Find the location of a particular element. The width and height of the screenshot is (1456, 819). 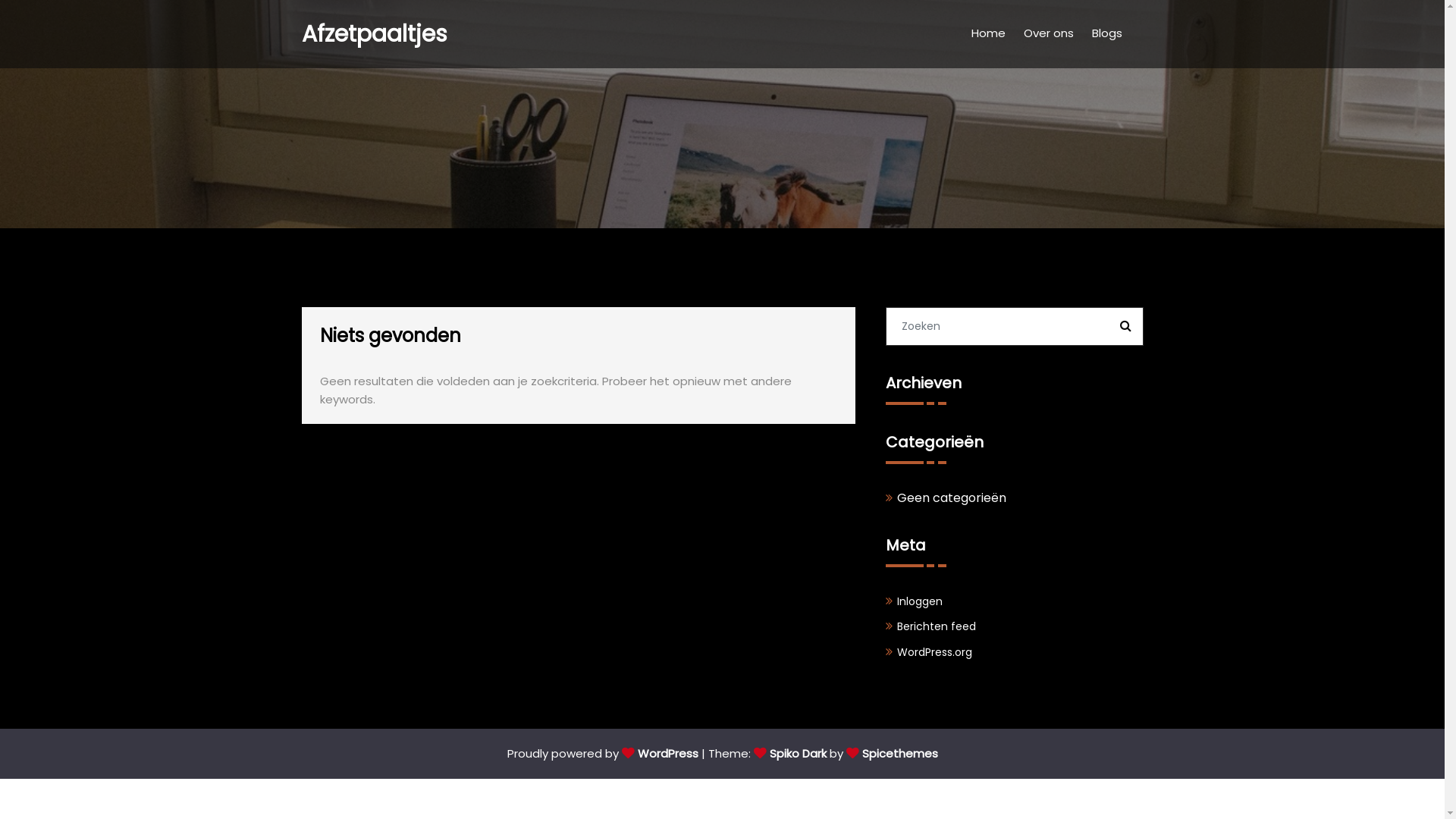

'Home' is located at coordinates (987, 34).